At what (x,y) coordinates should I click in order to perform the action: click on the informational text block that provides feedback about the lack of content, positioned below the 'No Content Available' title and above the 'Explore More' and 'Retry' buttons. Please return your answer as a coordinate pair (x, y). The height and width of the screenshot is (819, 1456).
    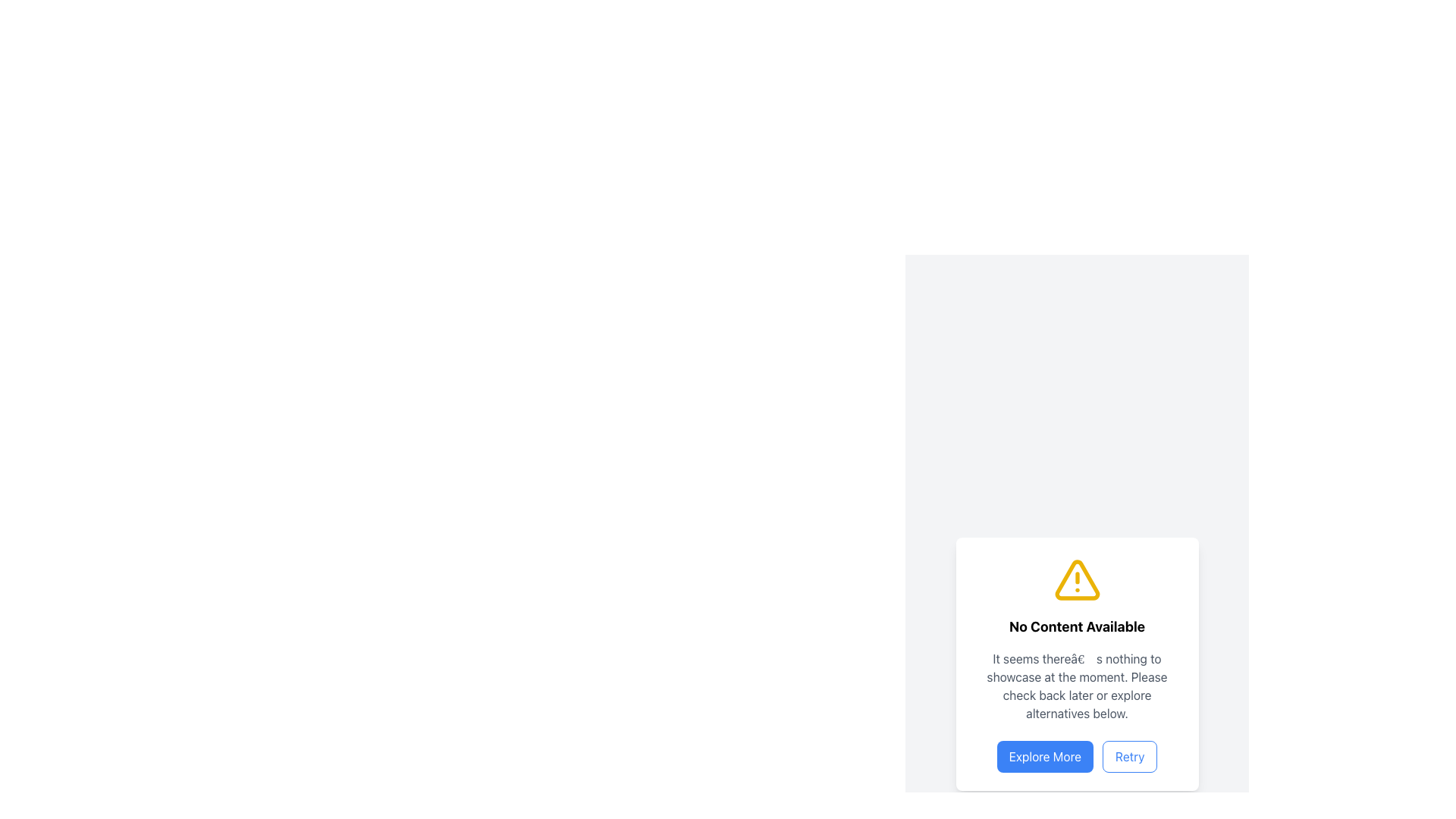
    Looking at the image, I should click on (1076, 686).